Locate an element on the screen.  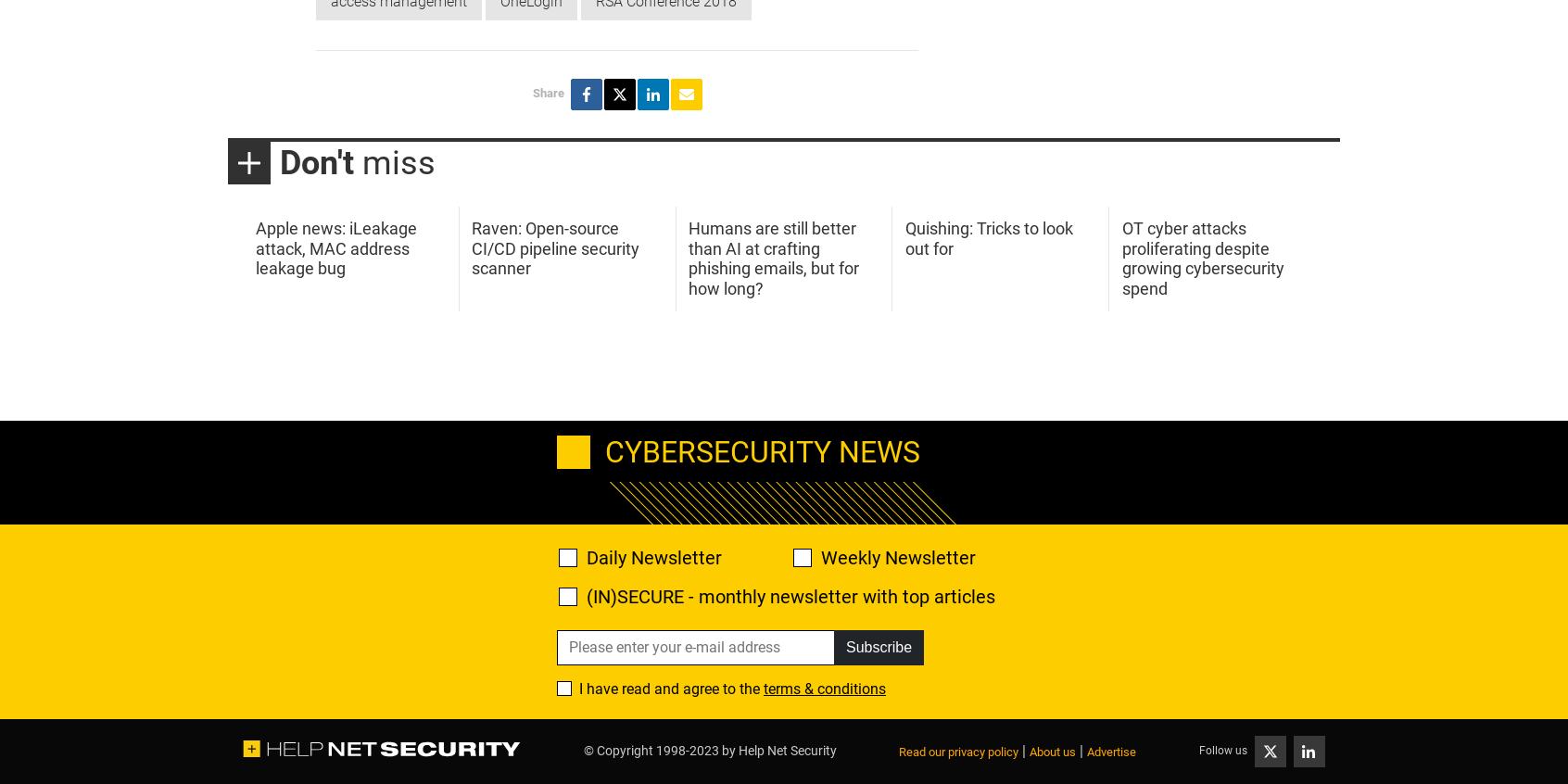
'Read our privacy policy' is located at coordinates (957, 751).